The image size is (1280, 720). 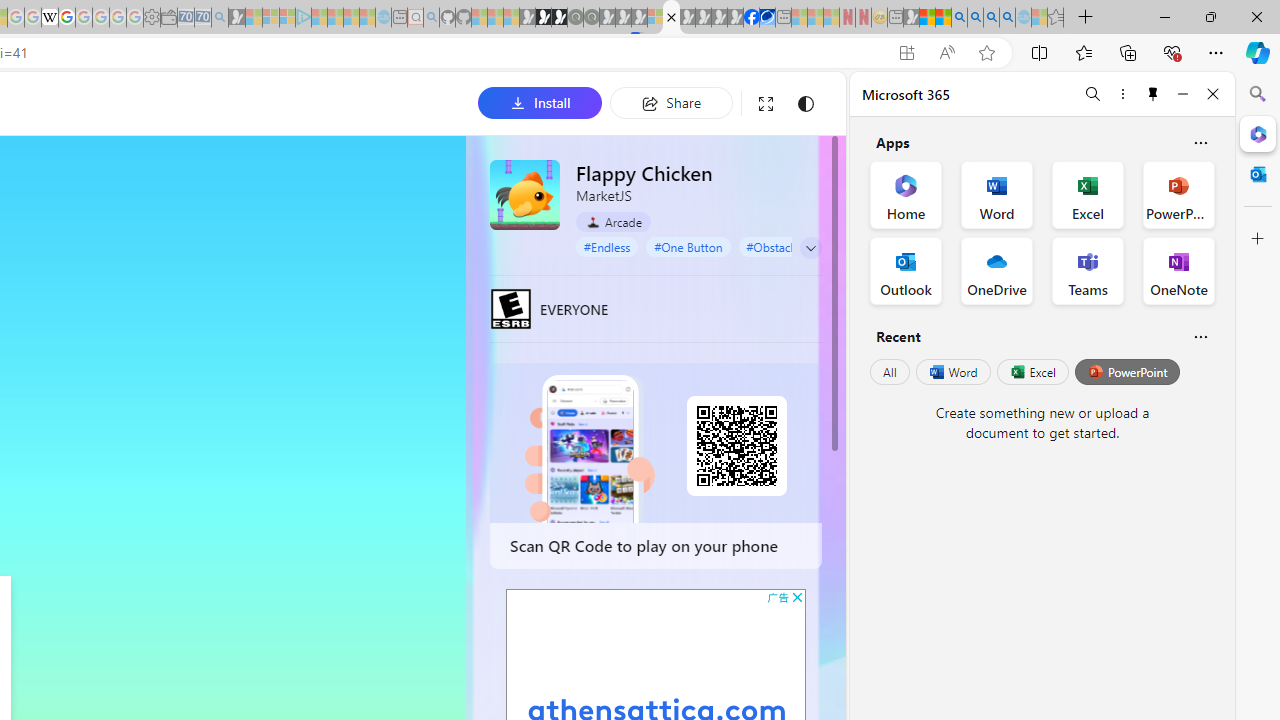 What do you see at coordinates (612, 221) in the screenshot?
I see `'Arcade'` at bounding box center [612, 221].